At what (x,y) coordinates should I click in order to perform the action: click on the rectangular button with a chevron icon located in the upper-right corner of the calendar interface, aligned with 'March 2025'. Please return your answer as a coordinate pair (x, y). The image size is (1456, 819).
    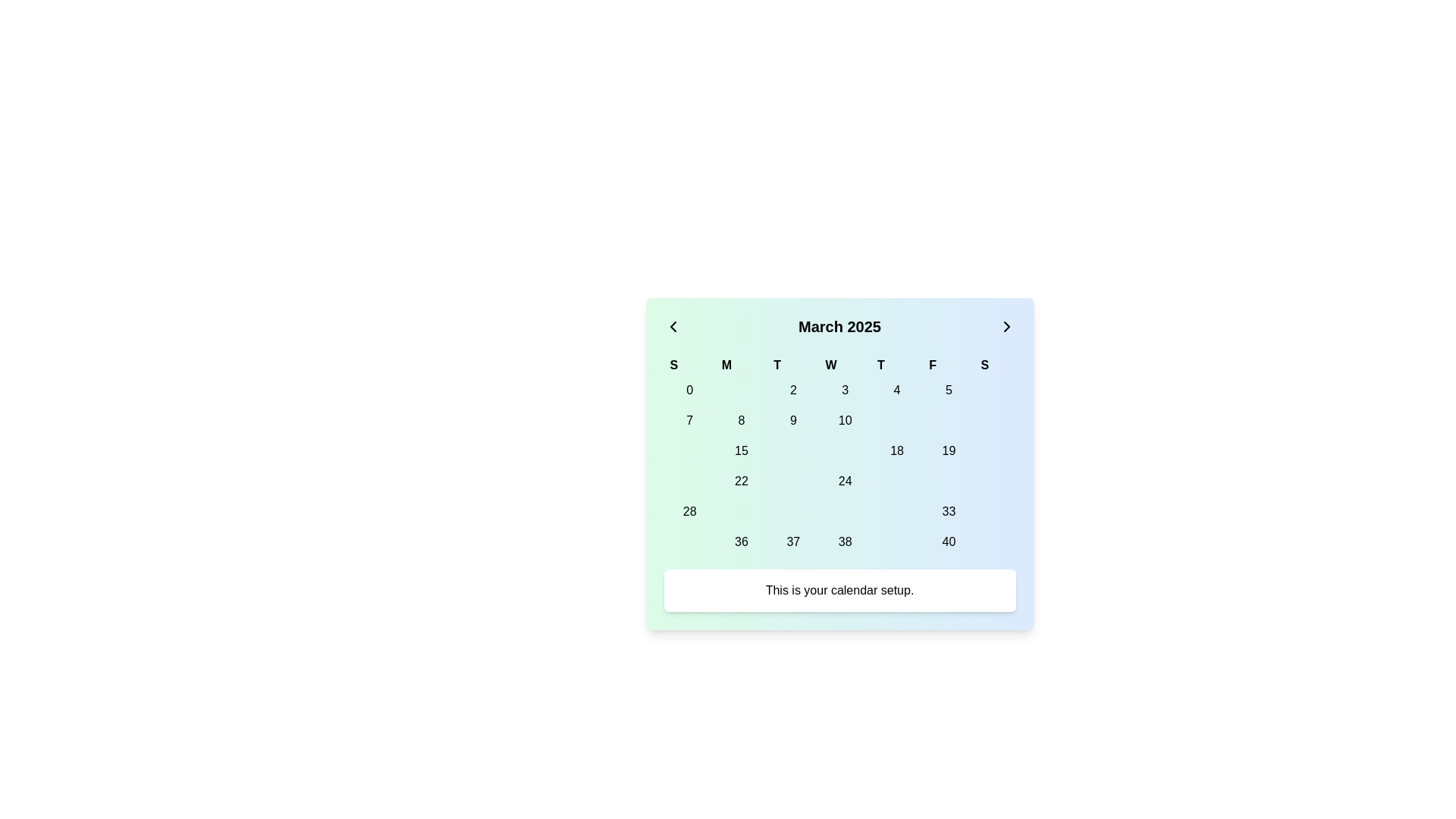
    Looking at the image, I should click on (1006, 326).